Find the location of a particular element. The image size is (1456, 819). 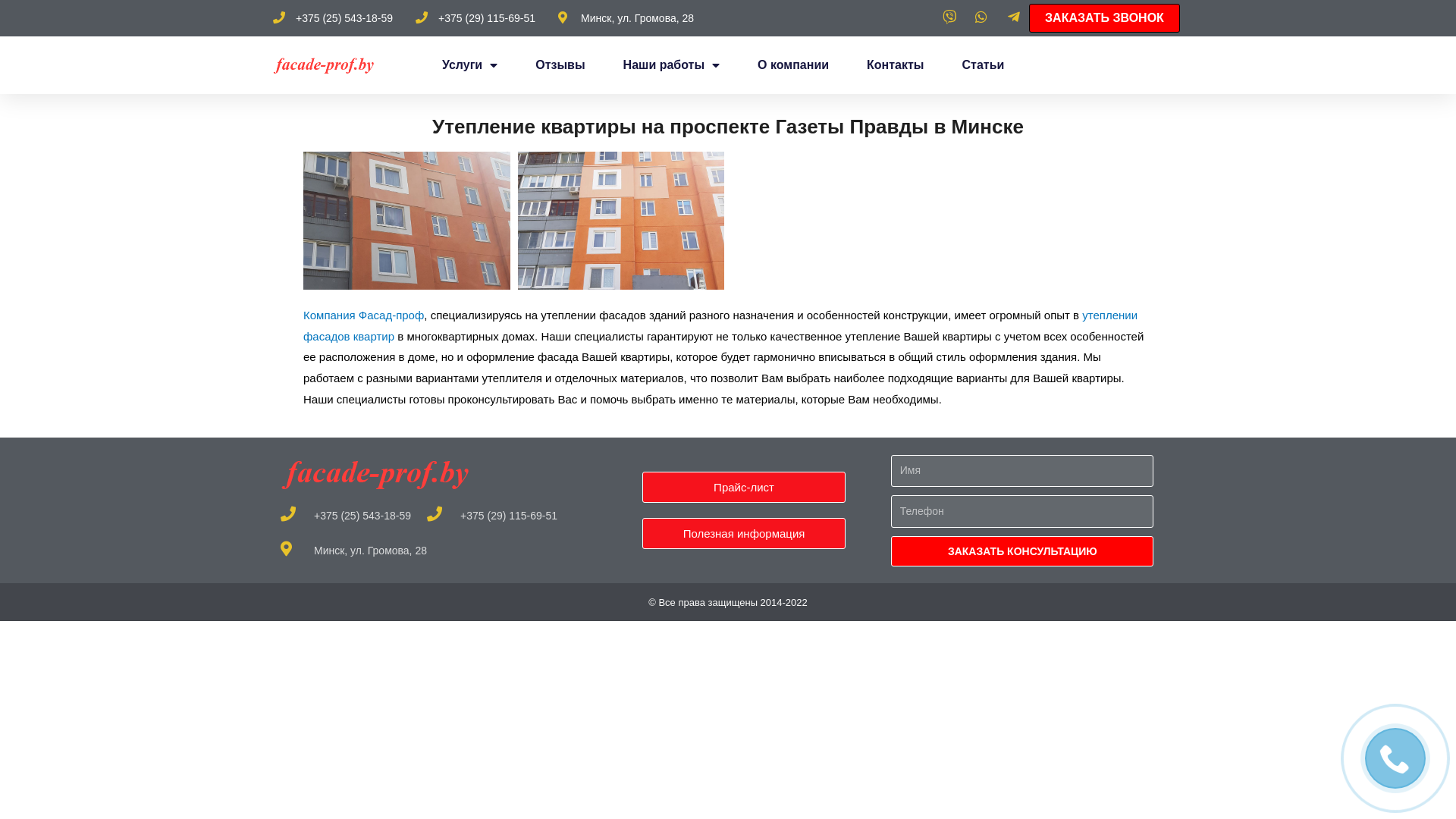

'+375 (25) 543-18-59' is located at coordinates (345, 514).